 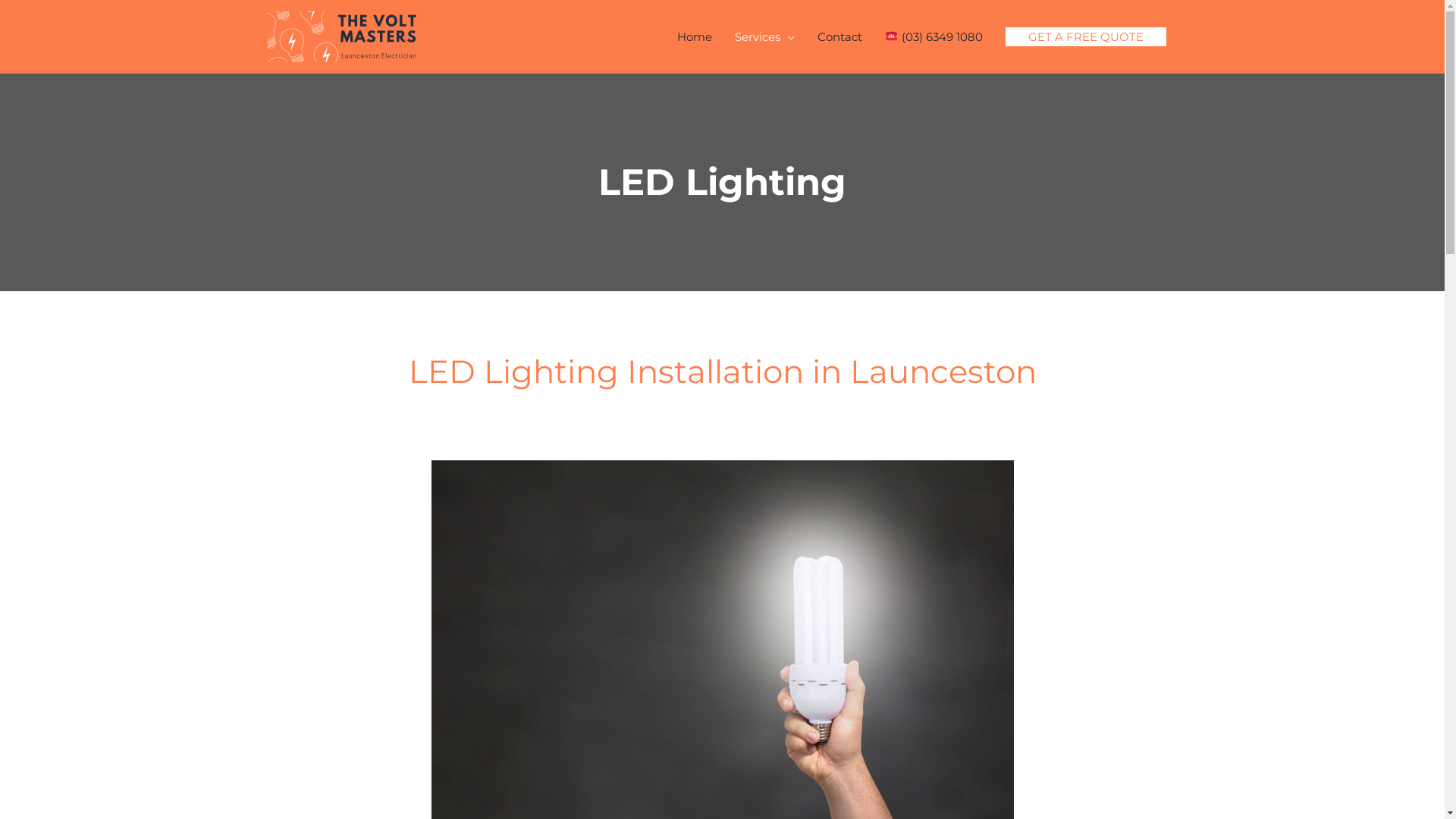 What do you see at coordinates (666, 35) in the screenshot?
I see `'Home'` at bounding box center [666, 35].